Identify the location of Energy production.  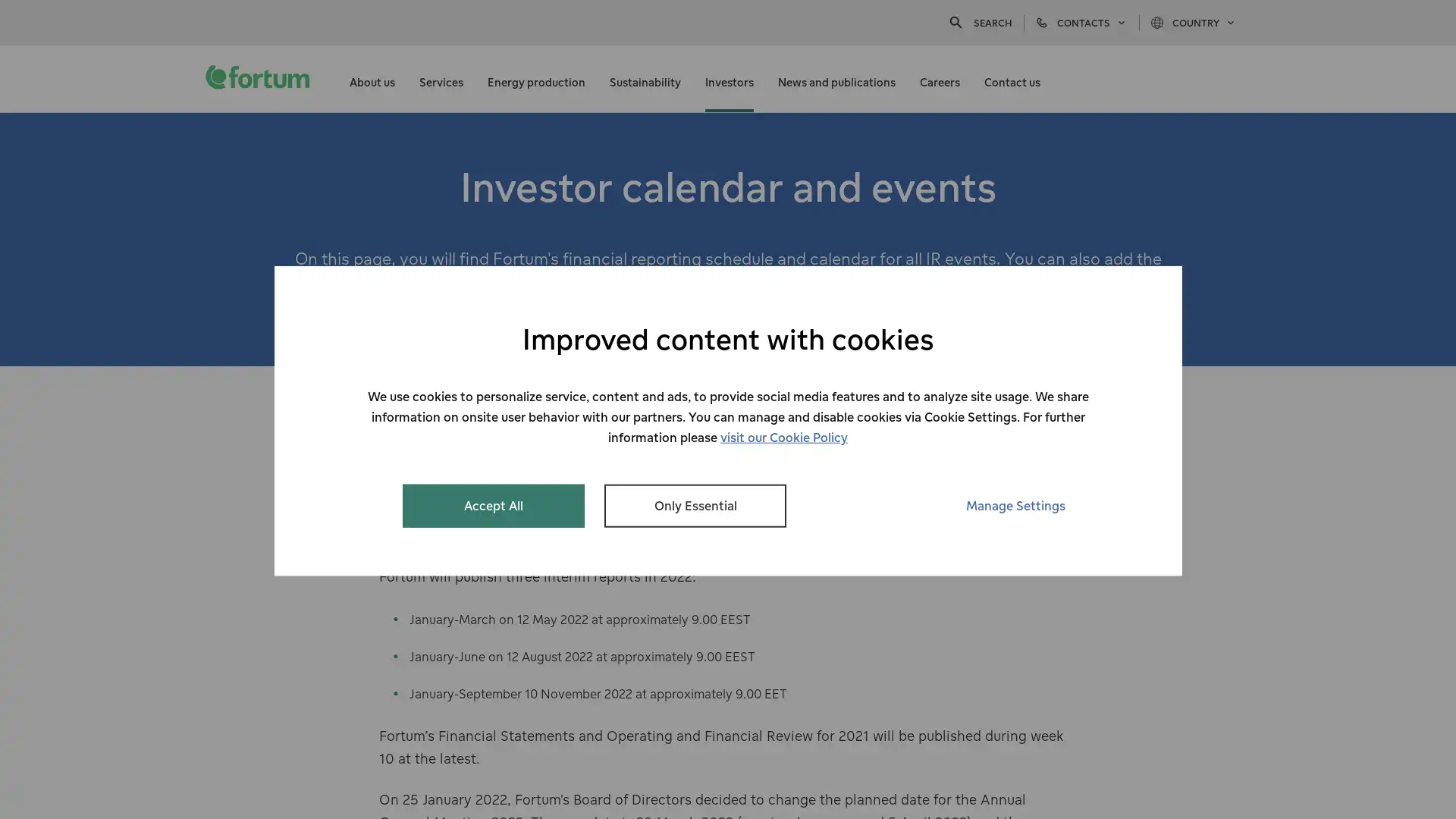
(536, 79).